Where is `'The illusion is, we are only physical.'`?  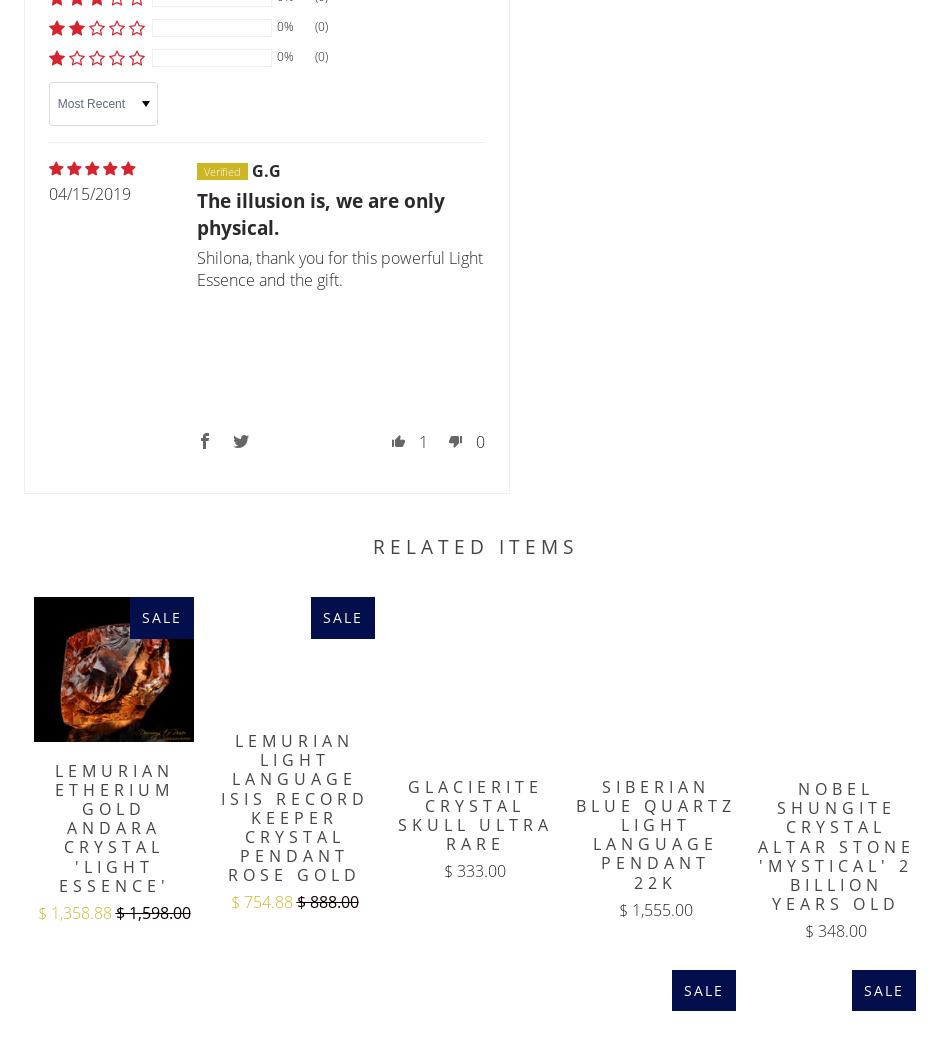
'The illusion is, we are only physical.' is located at coordinates (318, 212).